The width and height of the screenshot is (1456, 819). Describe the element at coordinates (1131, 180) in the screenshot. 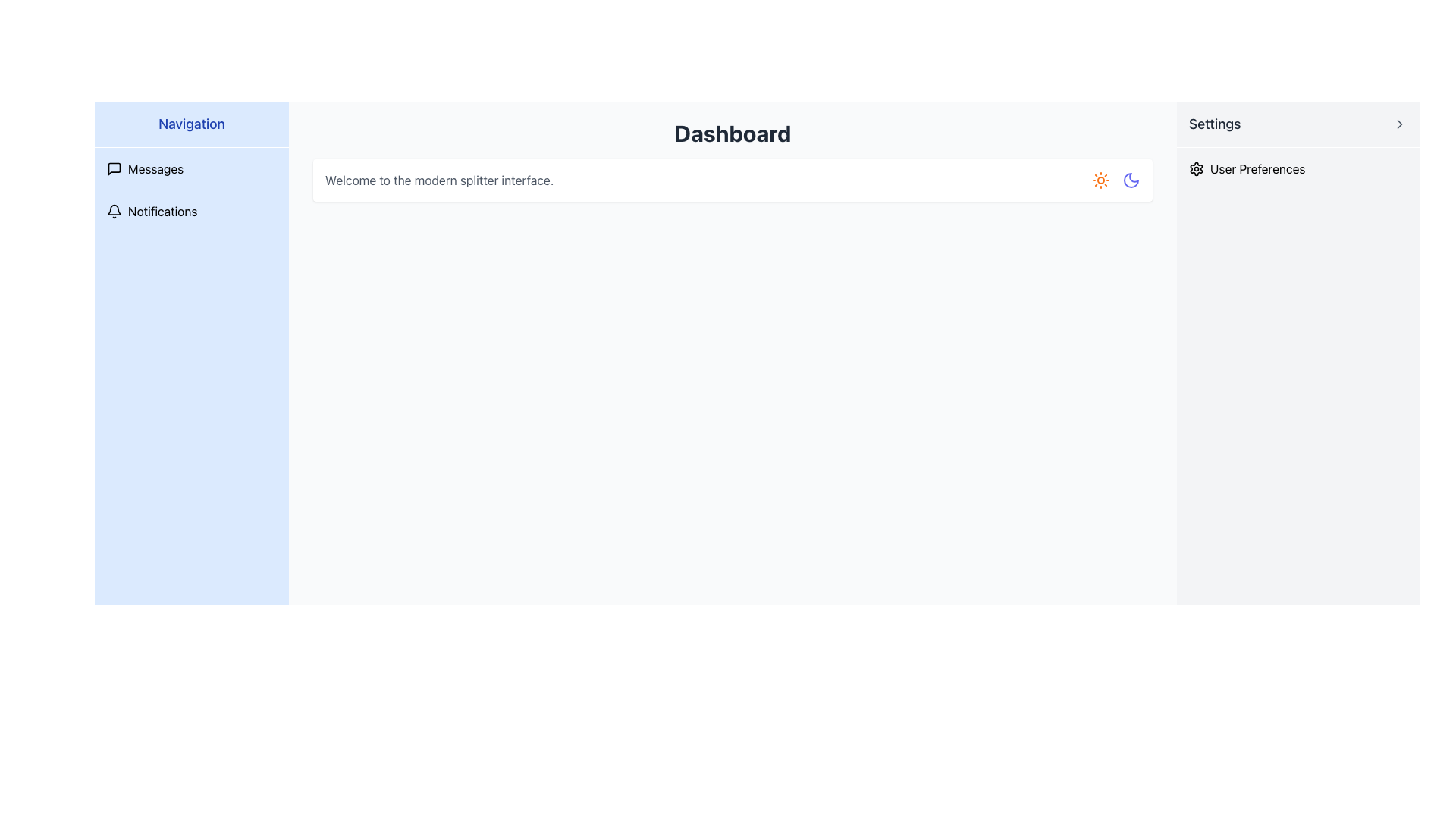

I see `the crescent moon-shaped blue icon located in the top-right corner of the interface` at that location.